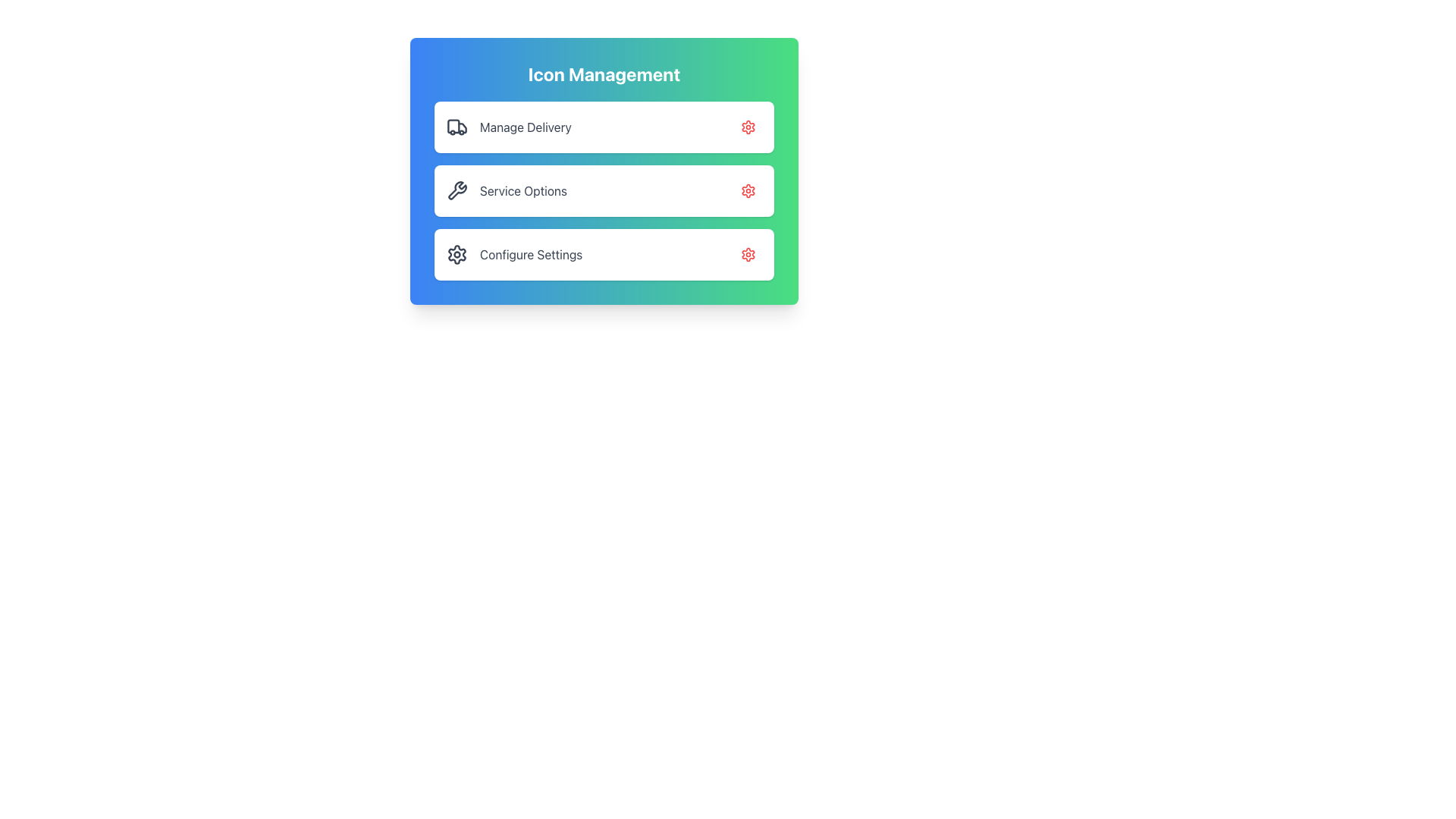 This screenshot has height=819, width=1456. What do you see at coordinates (748, 253) in the screenshot?
I see `the gear icon located in the 'Configure Settings' button to initiate a settings-related action` at bounding box center [748, 253].